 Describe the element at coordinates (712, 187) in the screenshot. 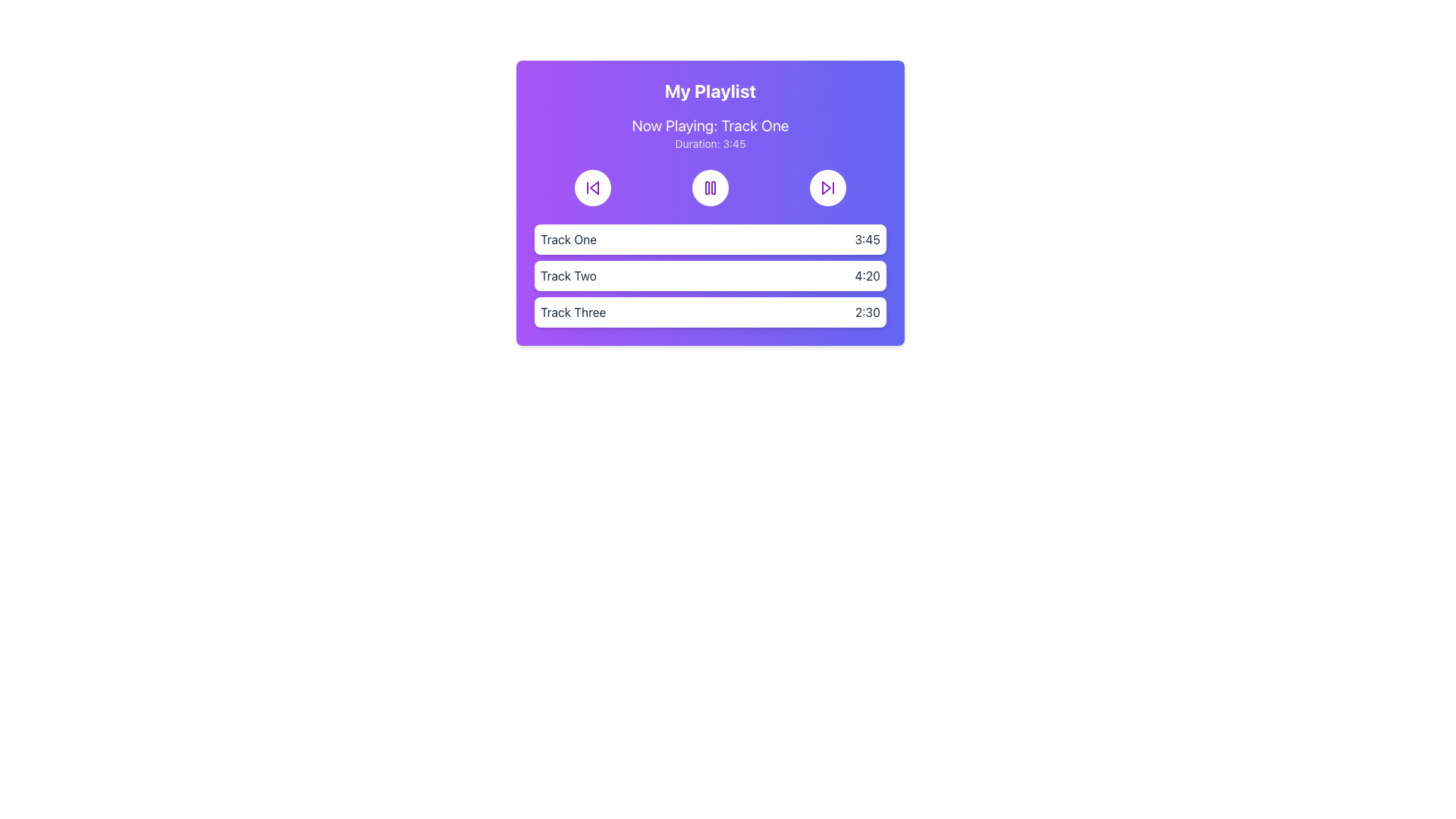

I see `the right bar of the pause icon in the music player, located at the center top of the music player card` at that location.